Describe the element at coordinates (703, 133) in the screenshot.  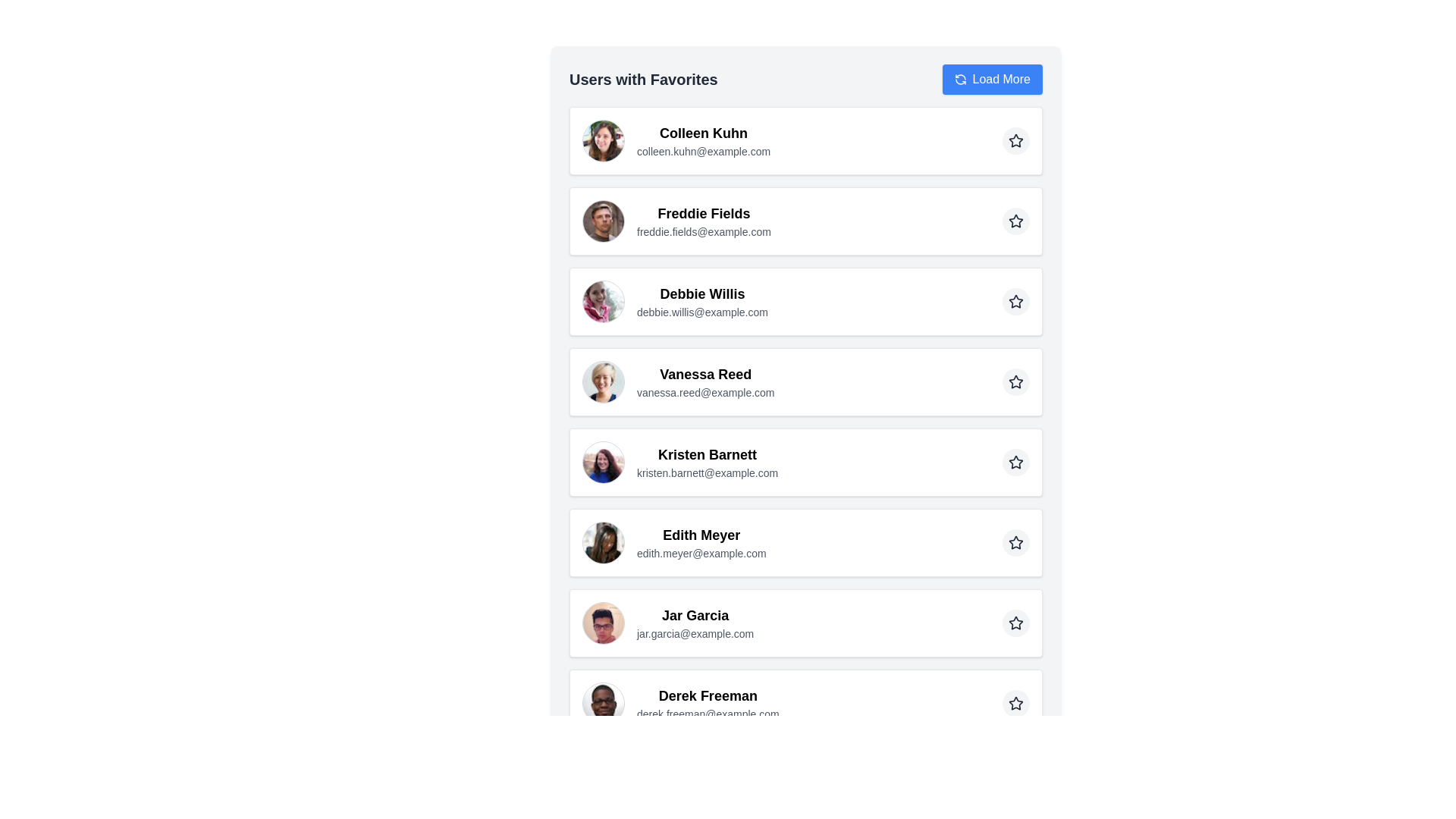
I see `the text component displaying 'Colleen Kuhn', which is styled in bold and large font, located in the upper section of the user card interface` at that location.